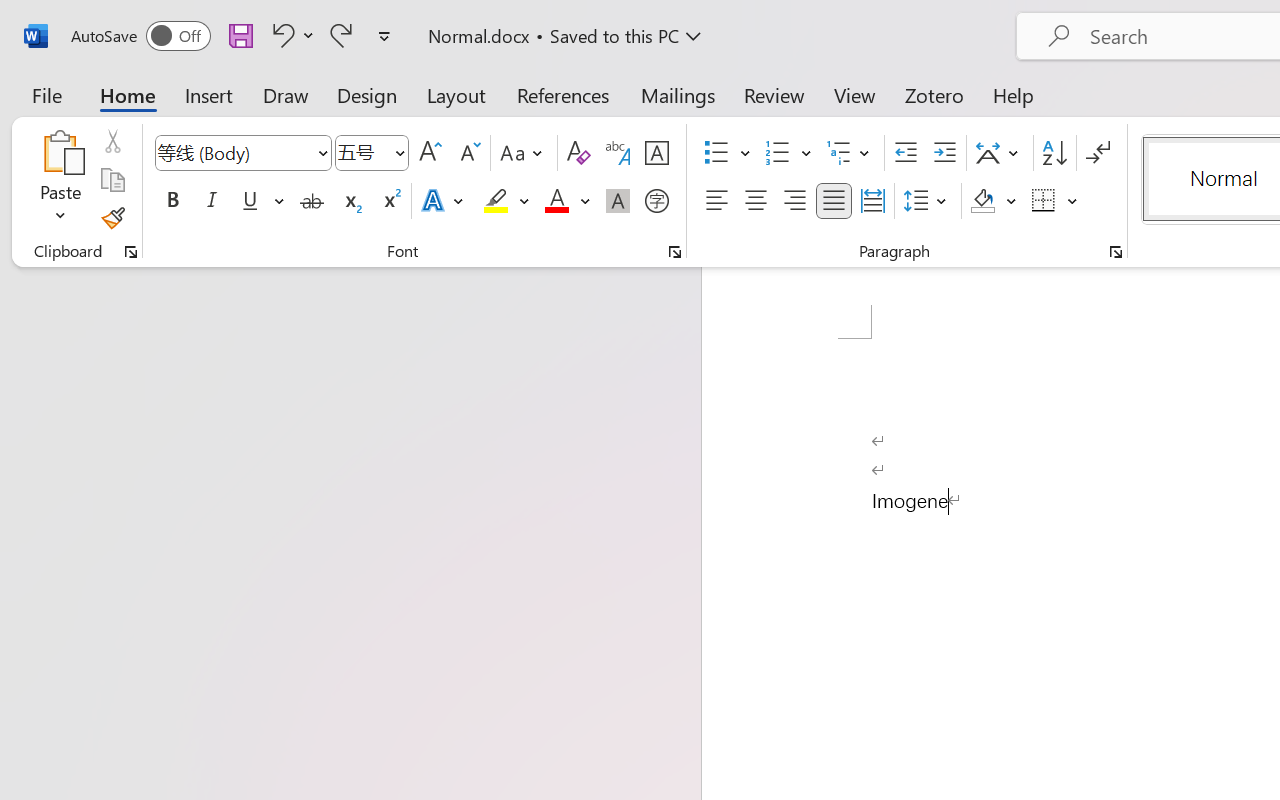 This screenshot has height=800, width=1280. Describe the element at coordinates (506, 201) in the screenshot. I see `'Text Highlight Color'` at that location.